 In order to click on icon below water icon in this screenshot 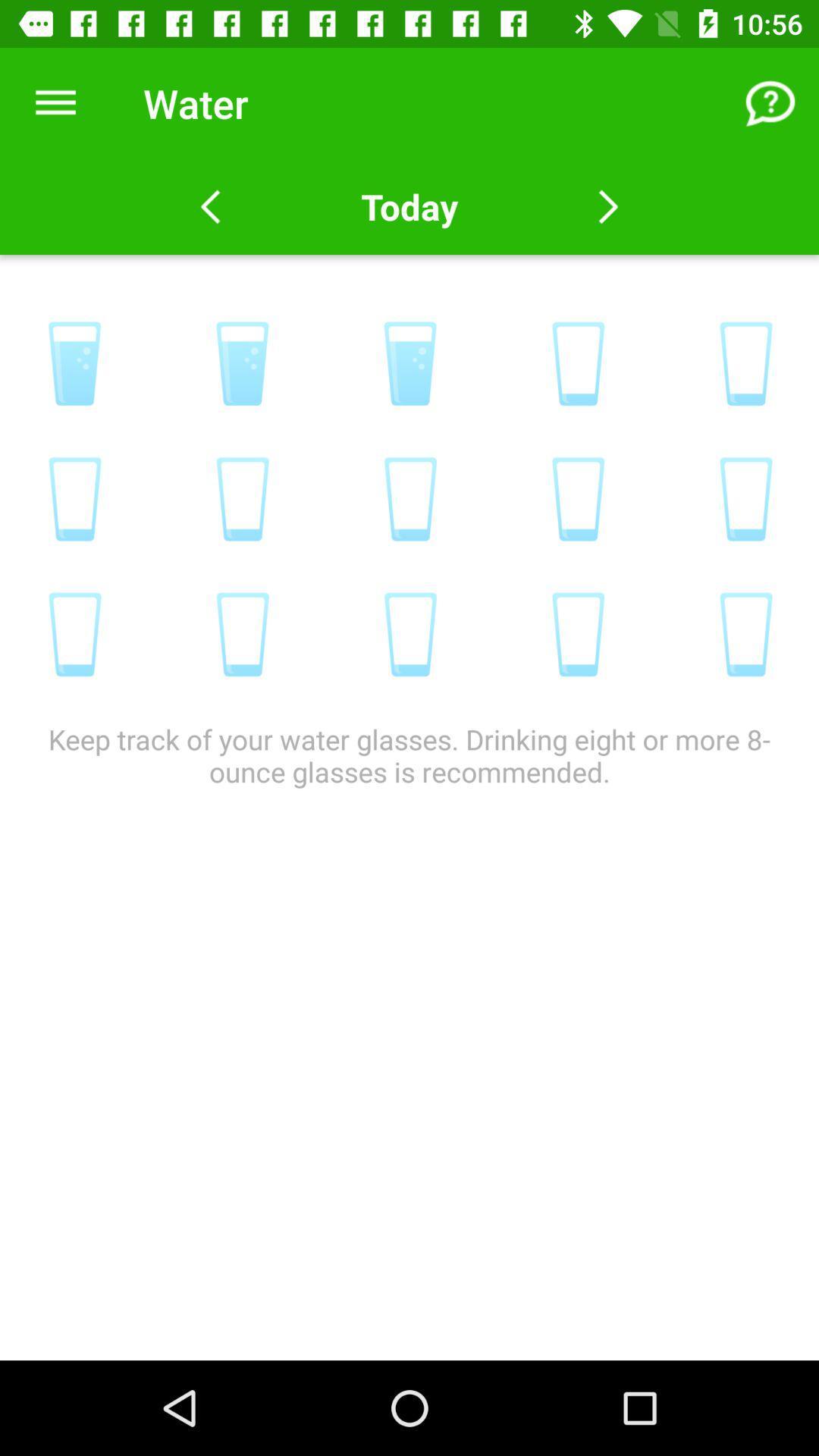, I will do `click(409, 206)`.